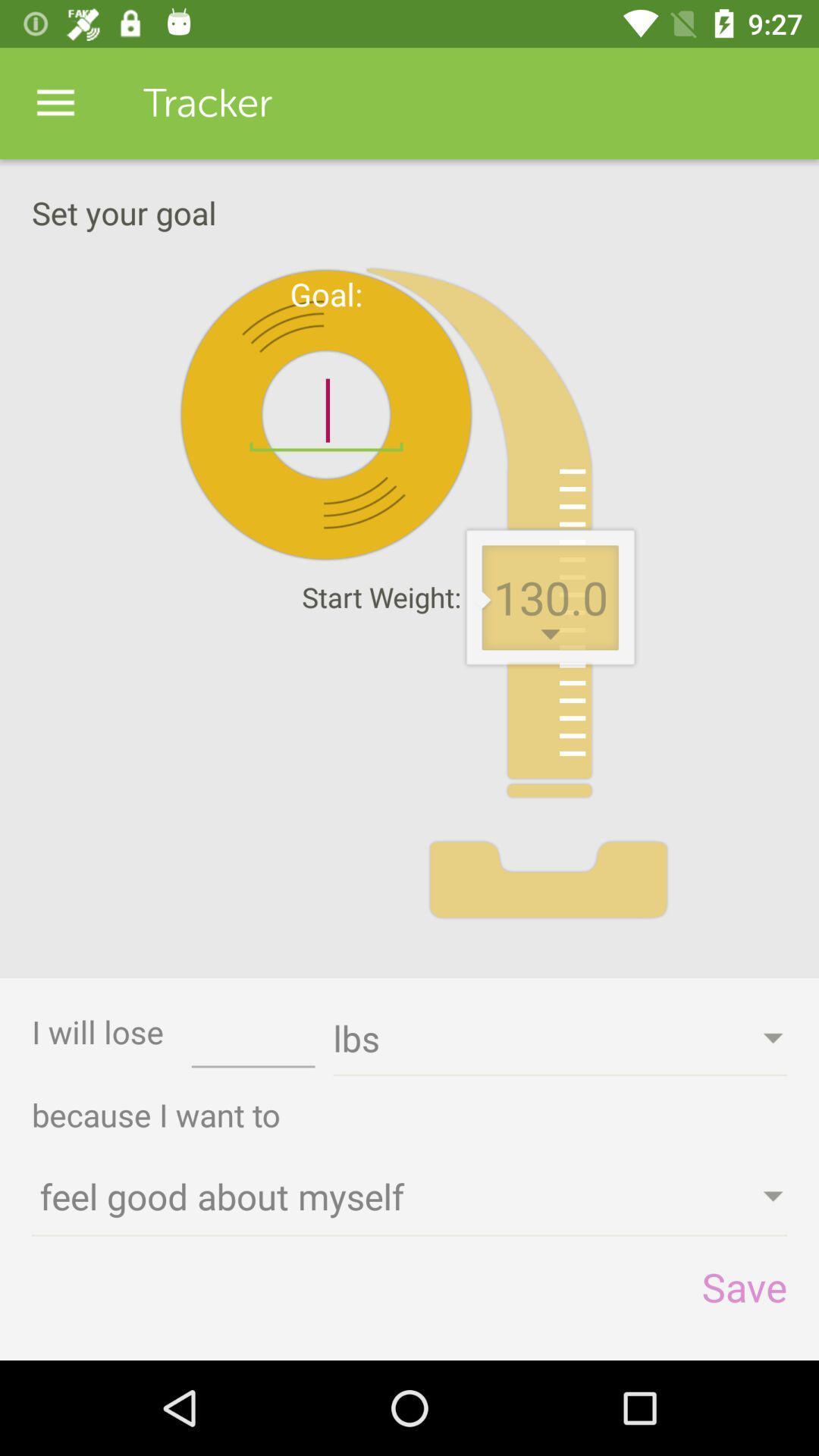  I want to click on the icon next to the lbs, so click(253, 1043).